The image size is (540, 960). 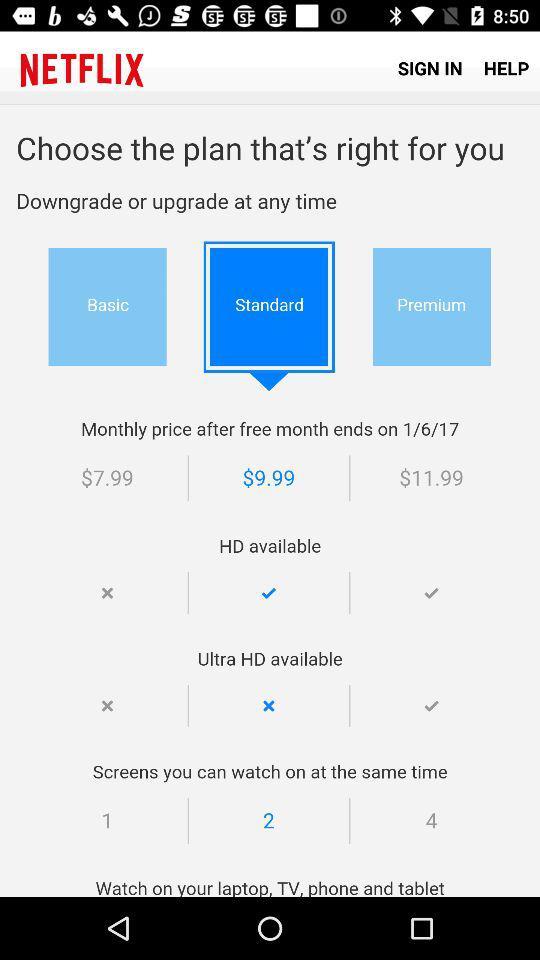 What do you see at coordinates (270, 500) in the screenshot?
I see `choose plan` at bounding box center [270, 500].